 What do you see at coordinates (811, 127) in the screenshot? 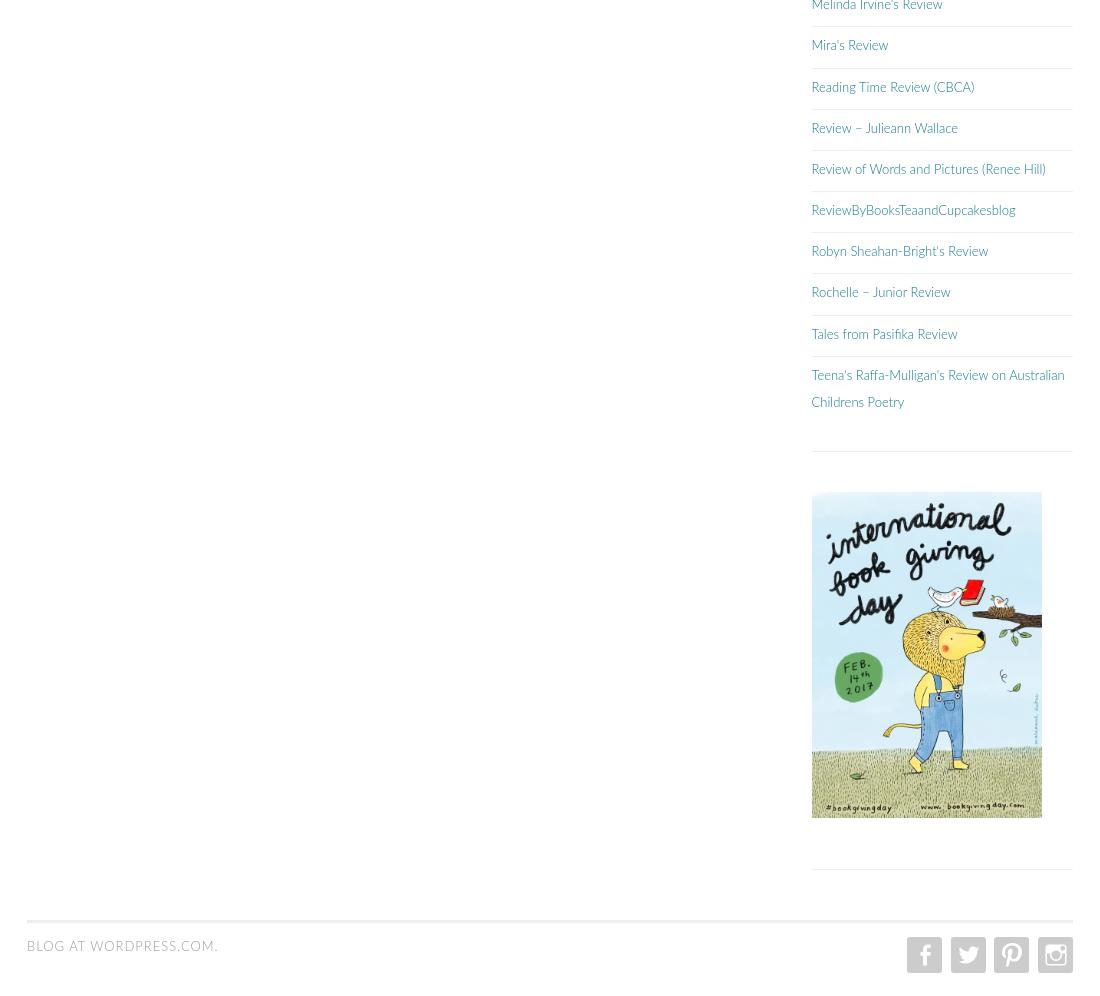
I see `'Review – Julieann Wallace'` at bounding box center [811, 127].